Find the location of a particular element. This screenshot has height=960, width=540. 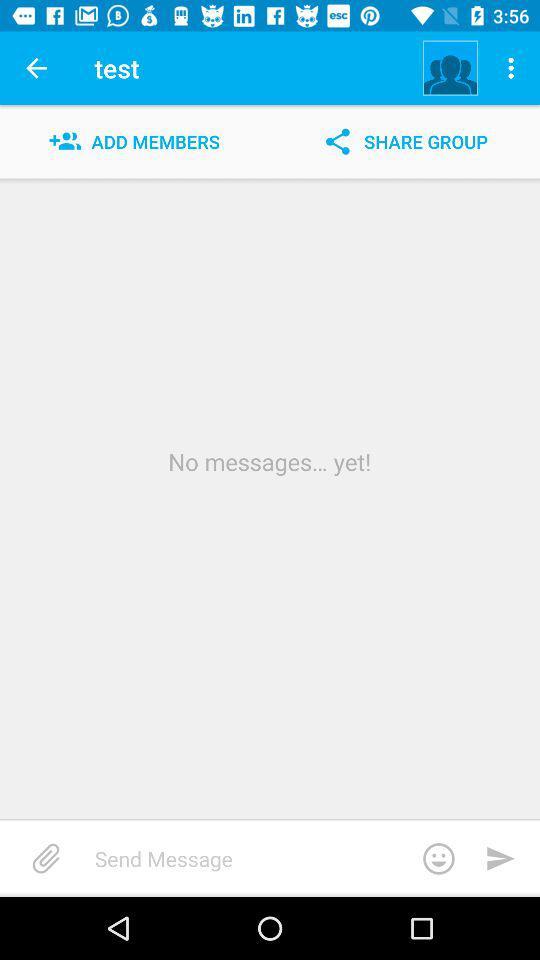

item to the left of test item is located at coordinates (36, 68).